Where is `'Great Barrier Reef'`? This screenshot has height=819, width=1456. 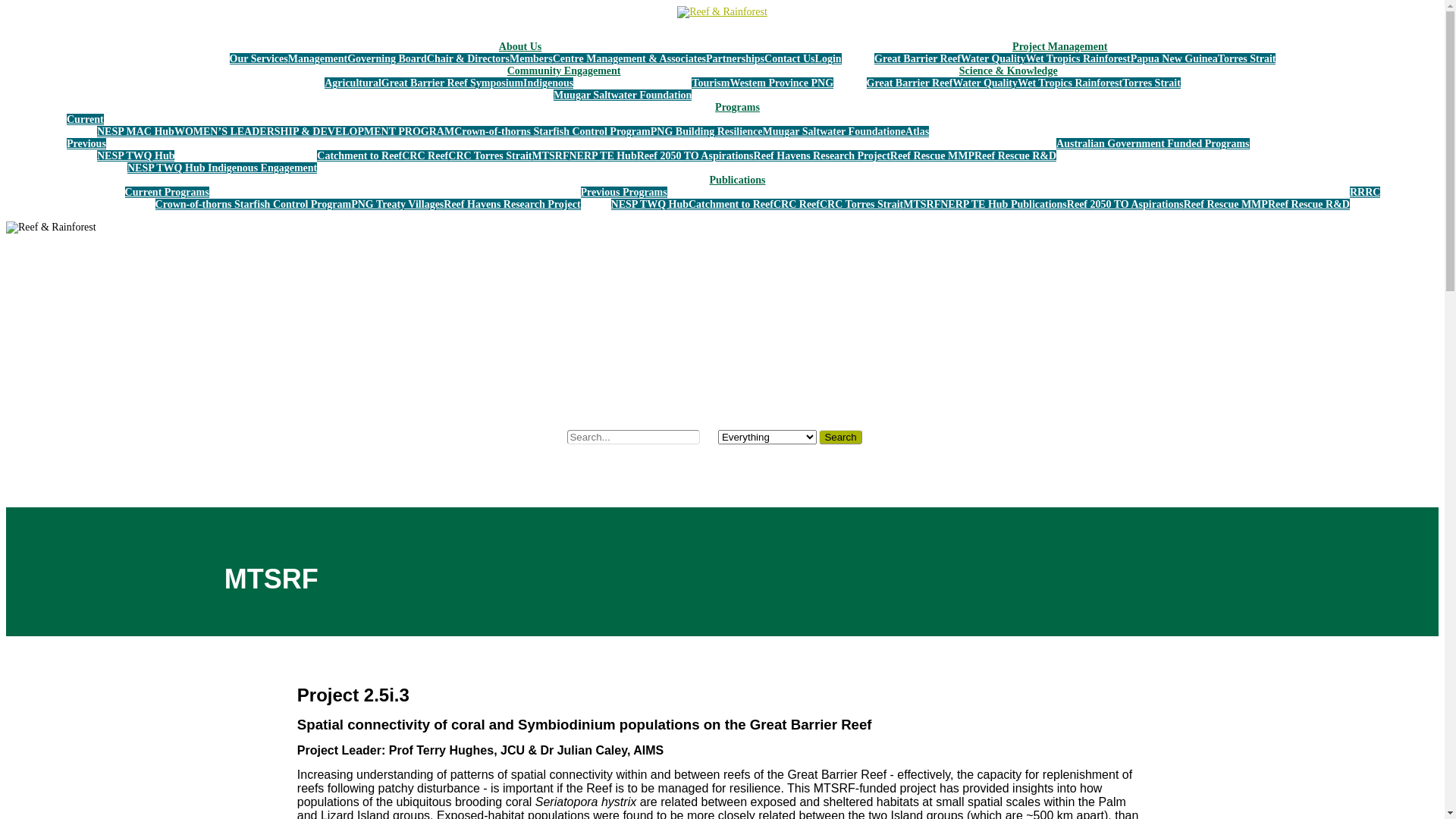 'Great Barrier Reef' is located at coordinates (916, 58).